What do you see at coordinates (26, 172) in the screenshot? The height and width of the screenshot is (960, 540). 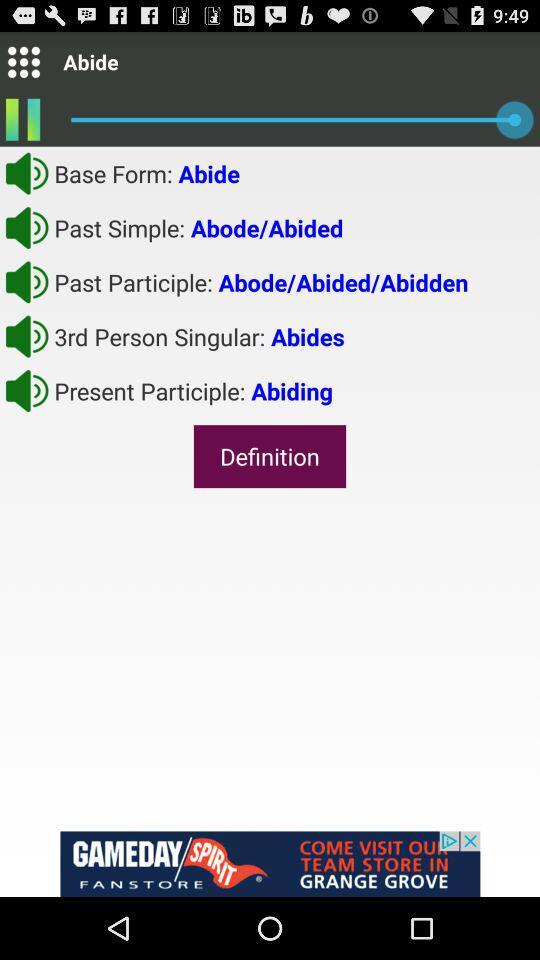 I see `button` at bounding box center [26, 172].